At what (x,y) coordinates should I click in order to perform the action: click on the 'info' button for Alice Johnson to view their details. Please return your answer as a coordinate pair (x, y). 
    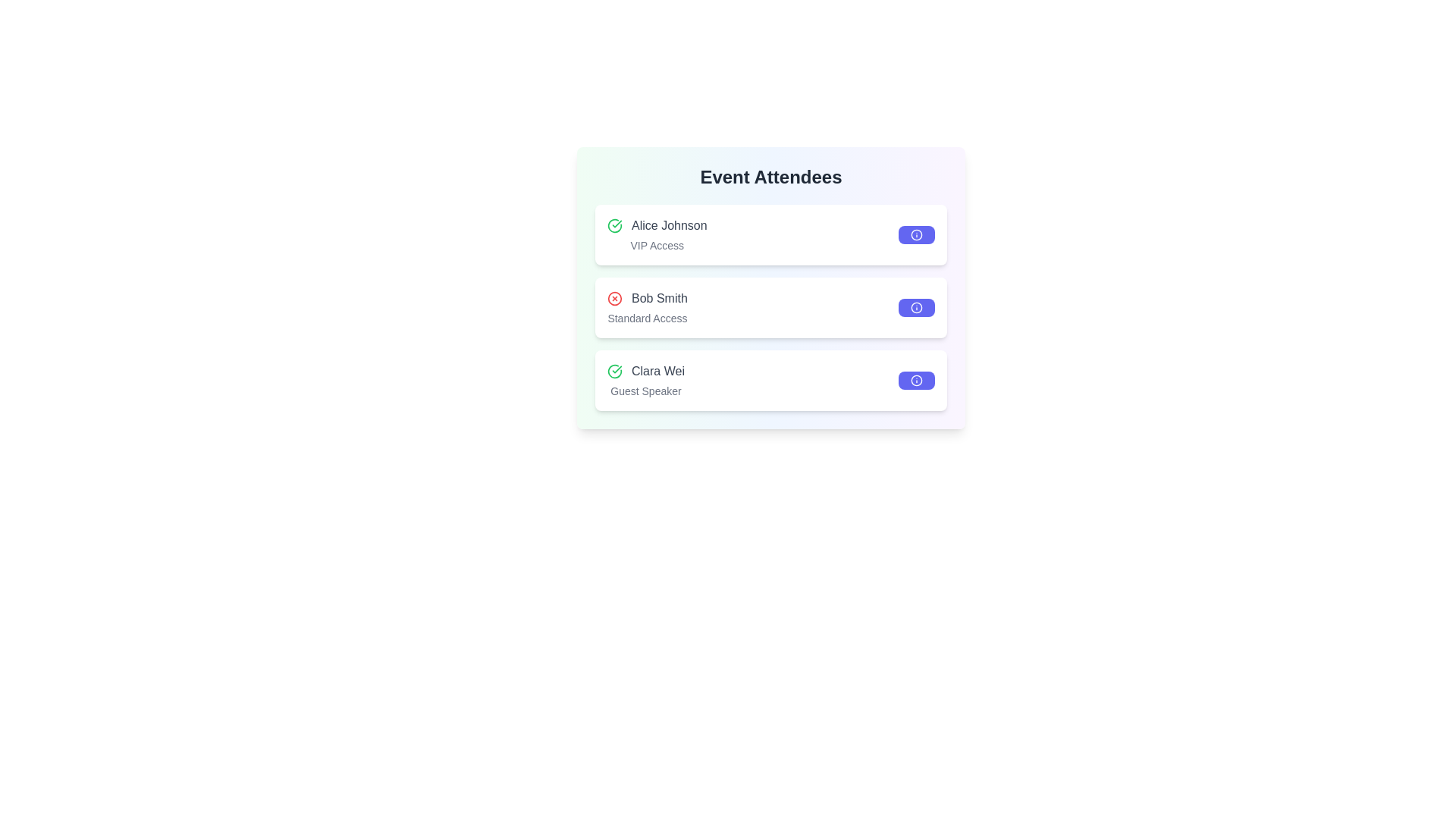
    Looking at the image, I should click on (916, 234).